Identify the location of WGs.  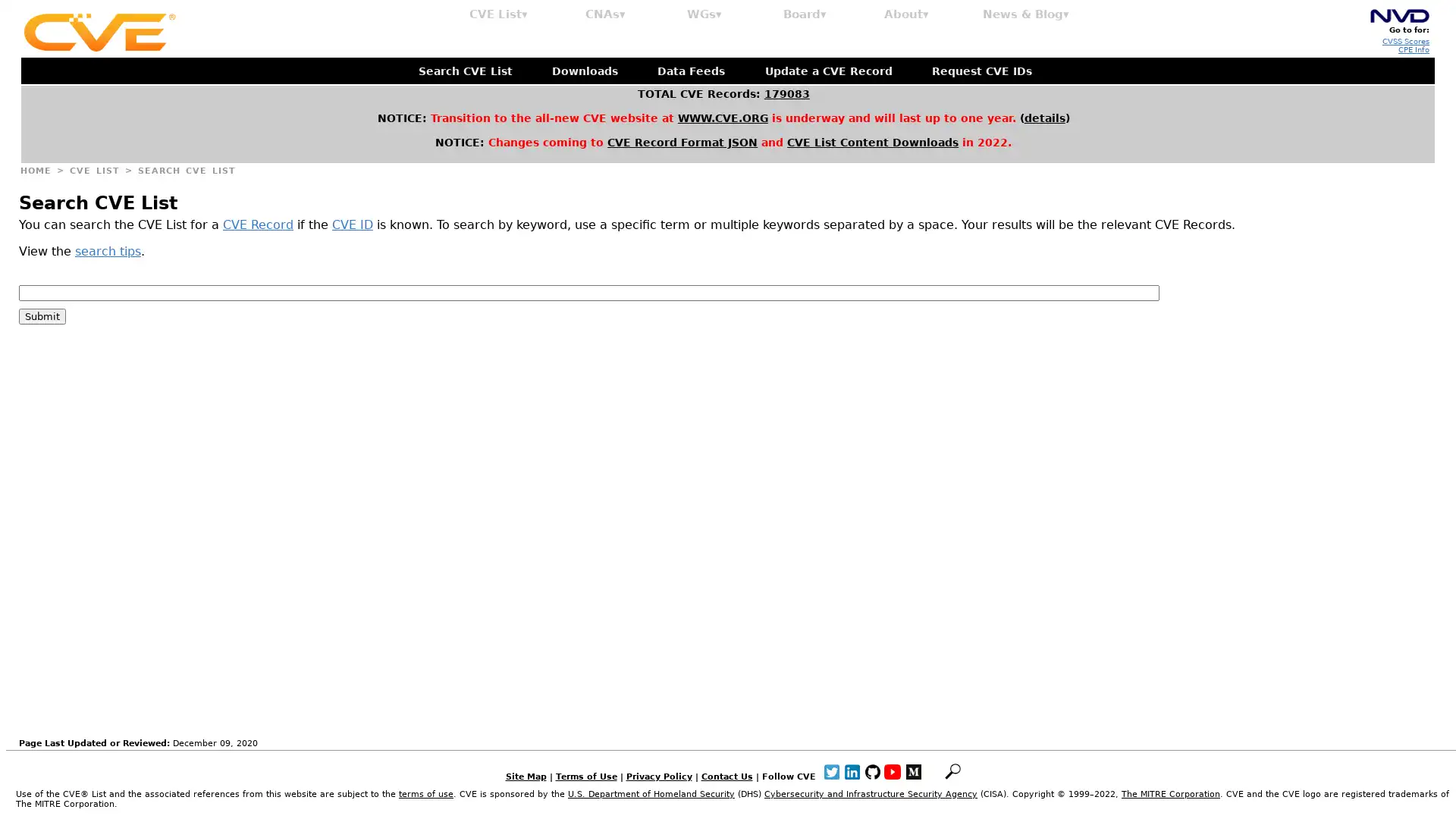
(704, 14).